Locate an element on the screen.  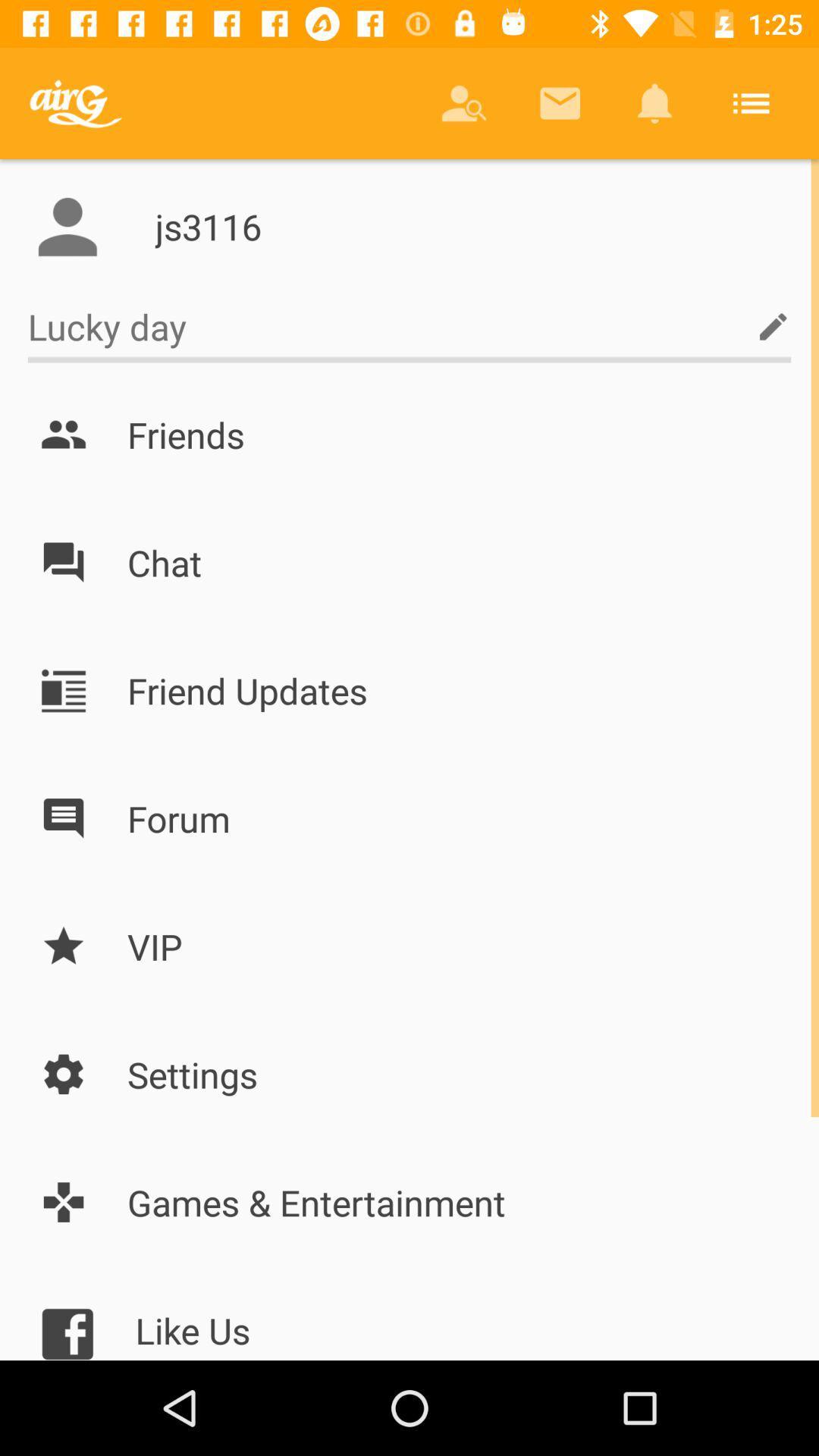
open profile is located at coordinates (67, 226).